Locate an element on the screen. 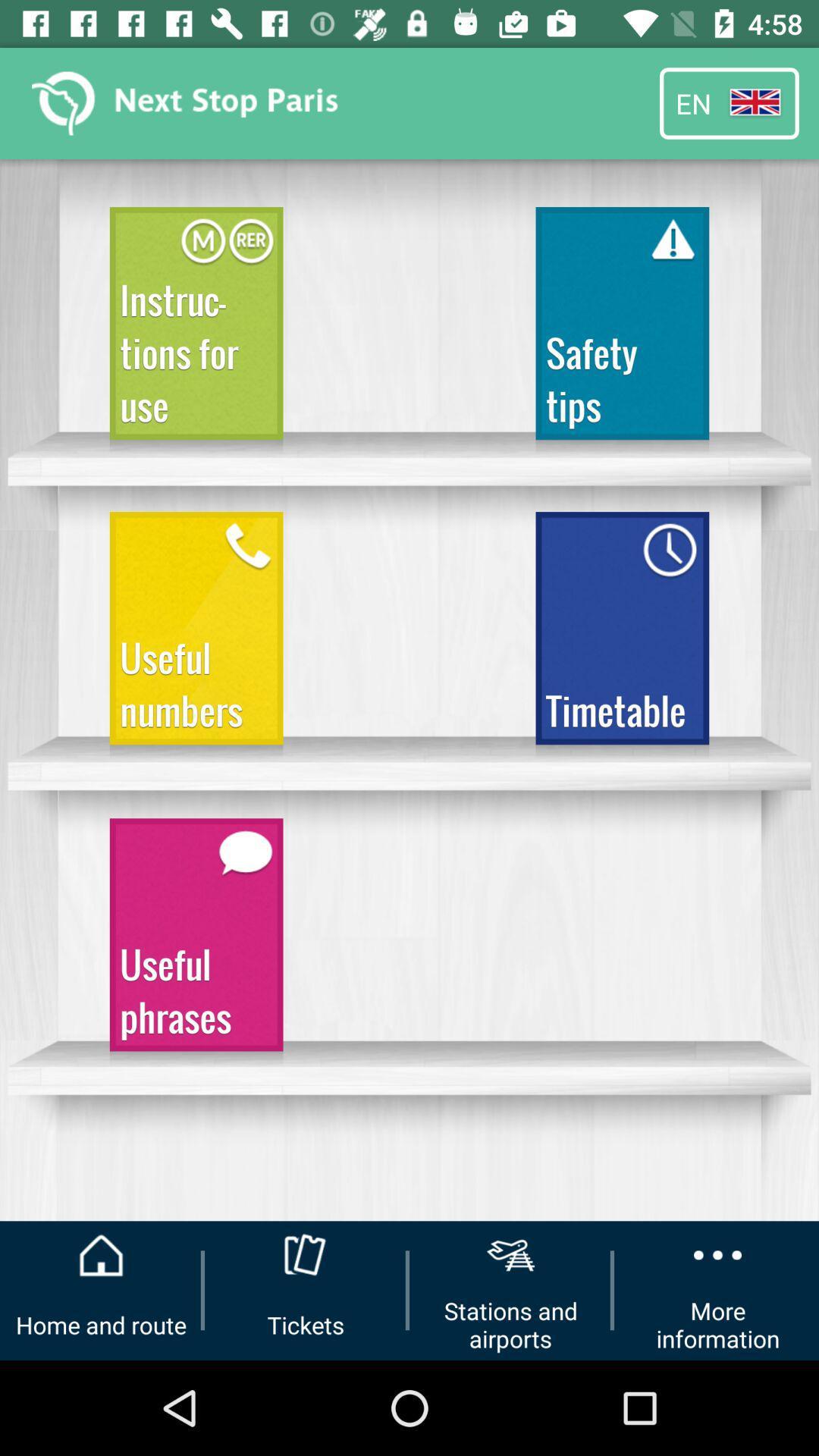 This screenshot has height=1456, width=819. the icon above the timetable icon is located at coordinates (622, 329).